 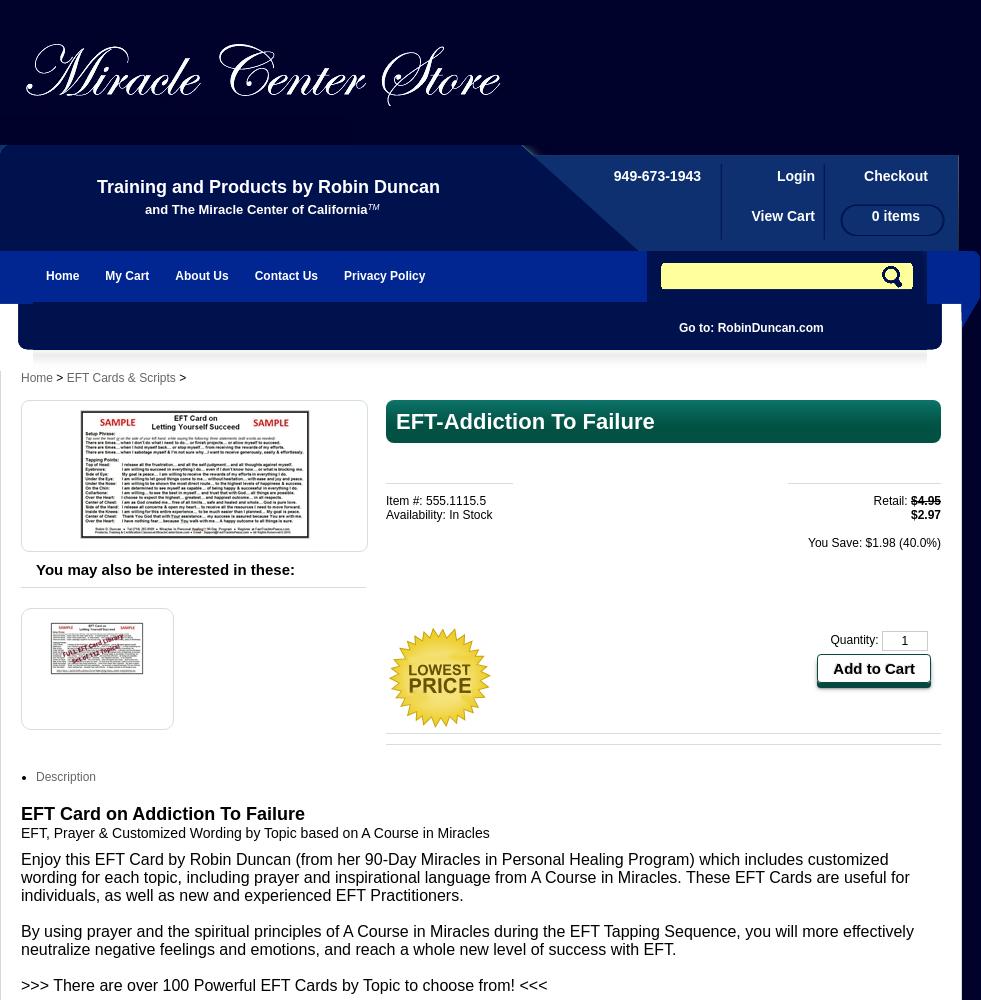 What do you see at coordinates (696, 327) in the screenshot?
I see `'Go to:'` at bounding box center [696, 327].